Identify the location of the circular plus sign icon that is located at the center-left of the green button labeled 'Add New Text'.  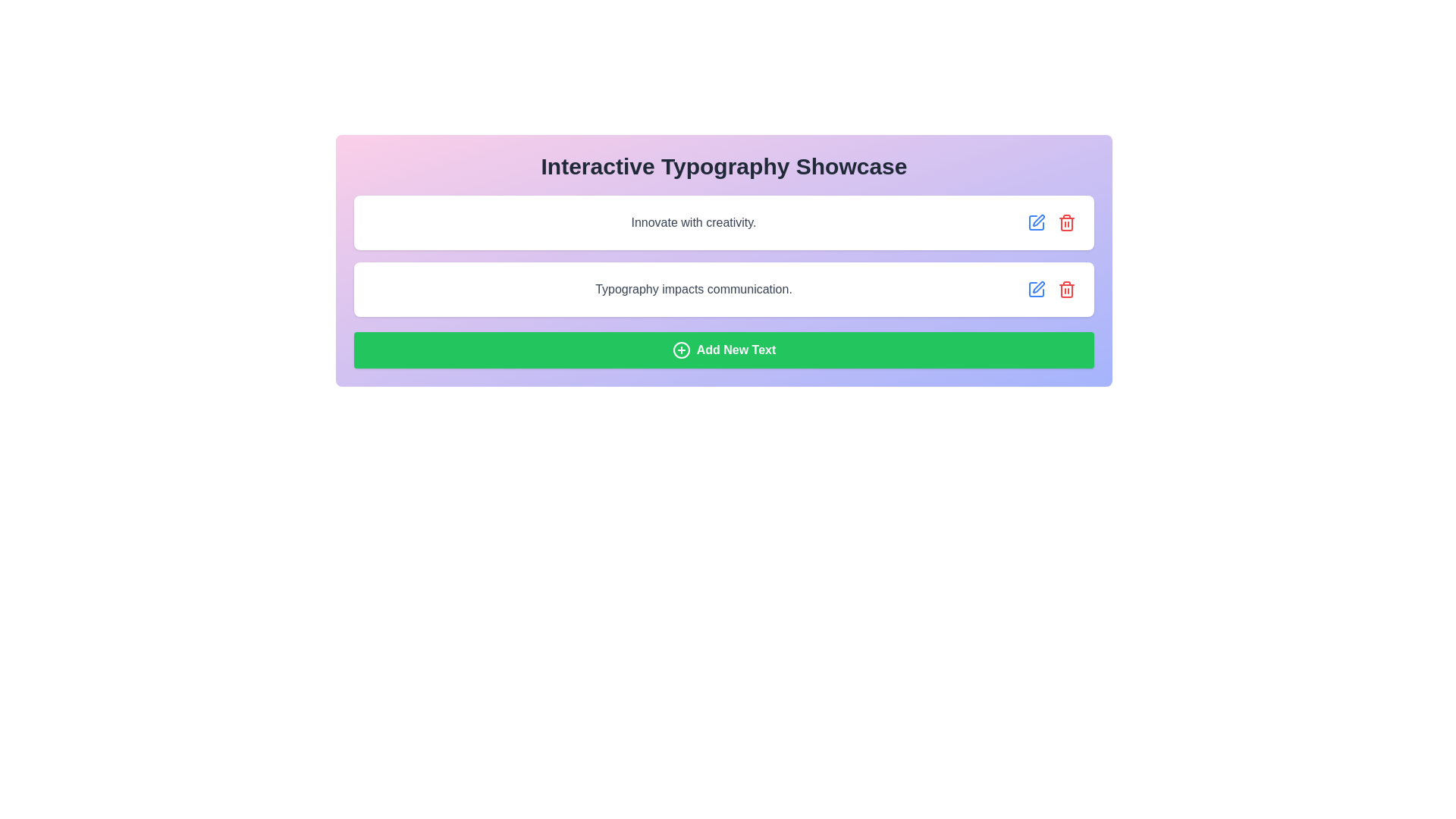
(680, 350).